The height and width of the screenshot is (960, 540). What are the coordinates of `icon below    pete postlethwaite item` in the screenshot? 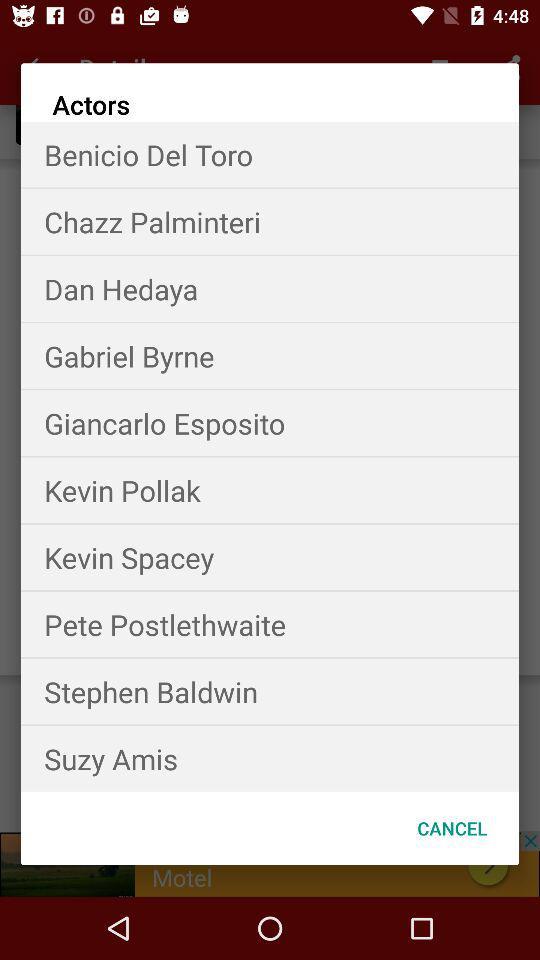 It's located at (270, 691).